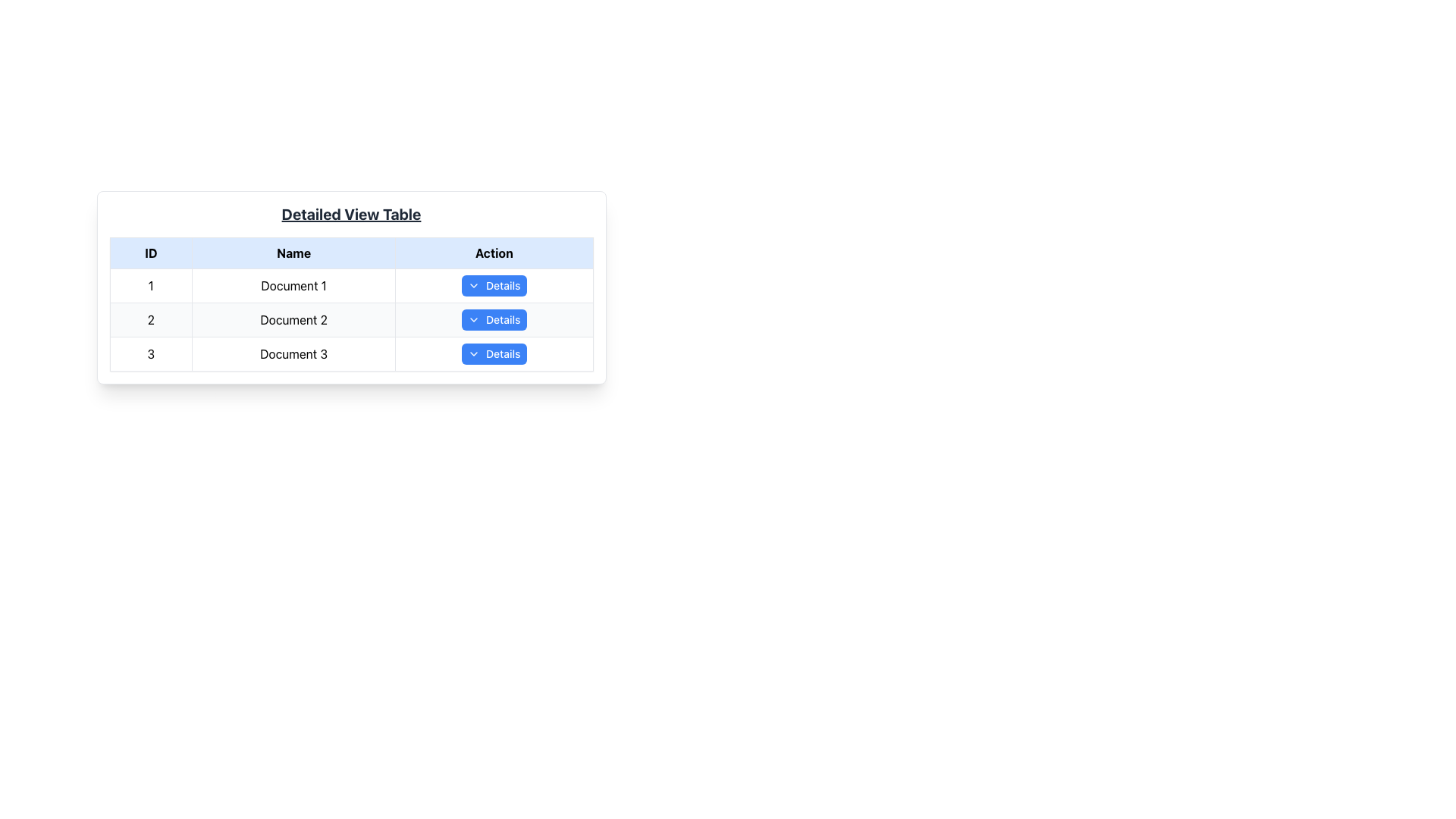 This screenshot has height=819, width=1456. I want to click on the 'Details' button with a blue background and white text located in the 'Action' column of the first row in the 'Detailed View Table', so click(494, 286).